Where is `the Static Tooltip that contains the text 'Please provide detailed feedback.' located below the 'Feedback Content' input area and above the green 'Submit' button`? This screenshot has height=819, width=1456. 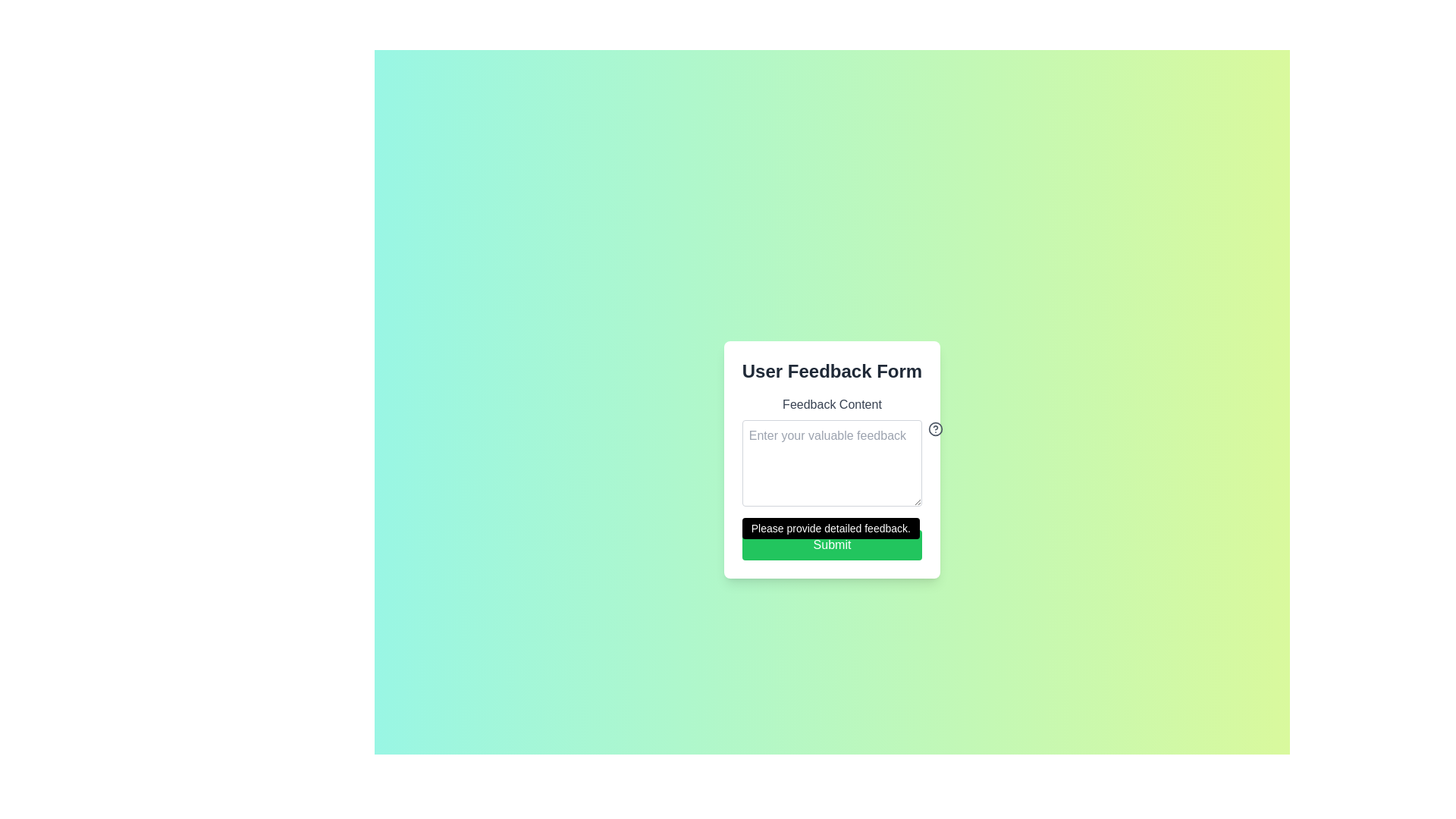
the Static Tooltip that contains the text 'Please provide detailed feedback.' located below the 'Feedback Content' input area and above the green 'Submit' button is located at coordinates (830, 527).